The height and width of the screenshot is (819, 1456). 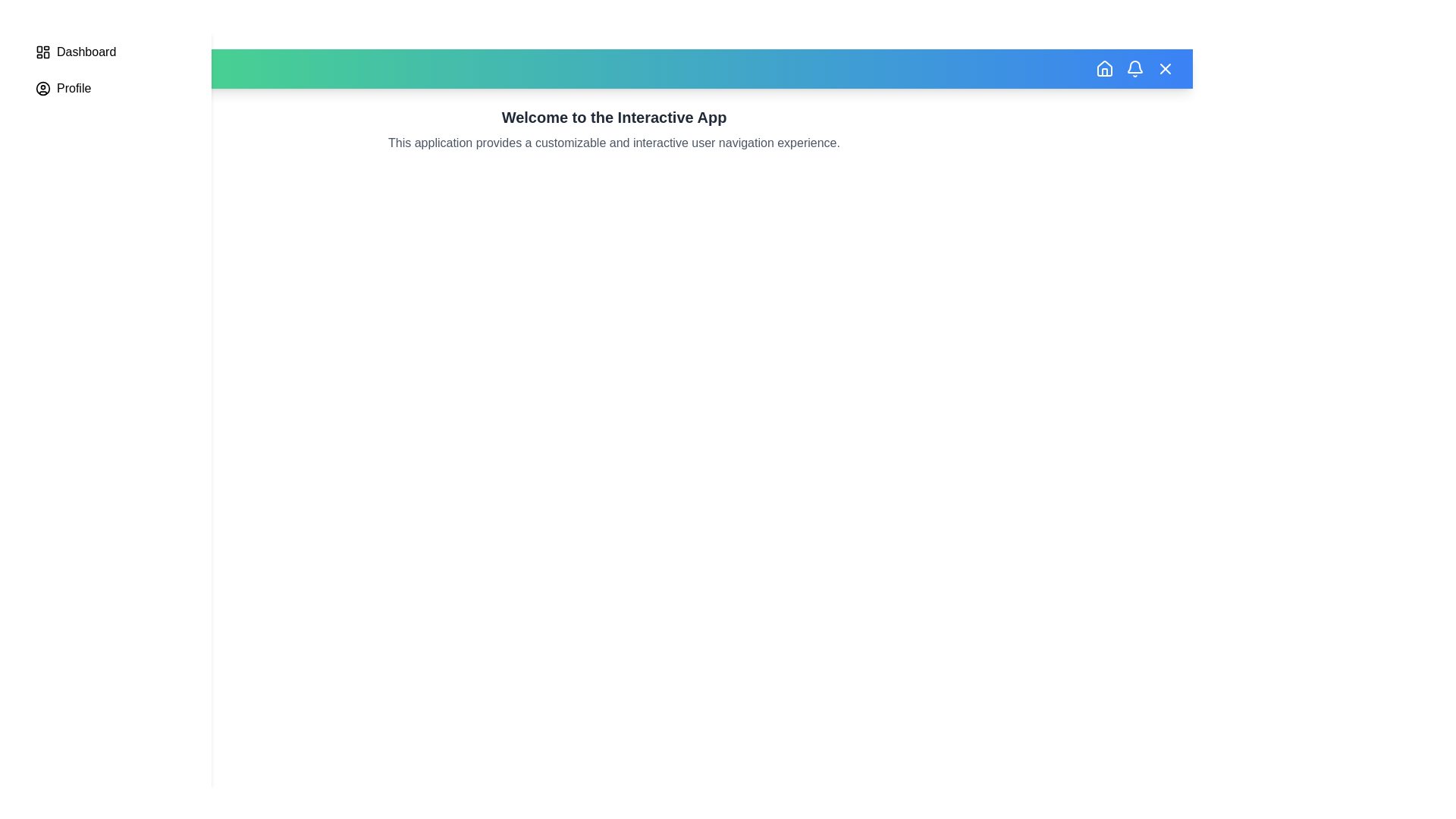 I want to click on the home navigation icon button located on the blue header bar at the top-right corner of the interface, so click(x=1105, y=67).